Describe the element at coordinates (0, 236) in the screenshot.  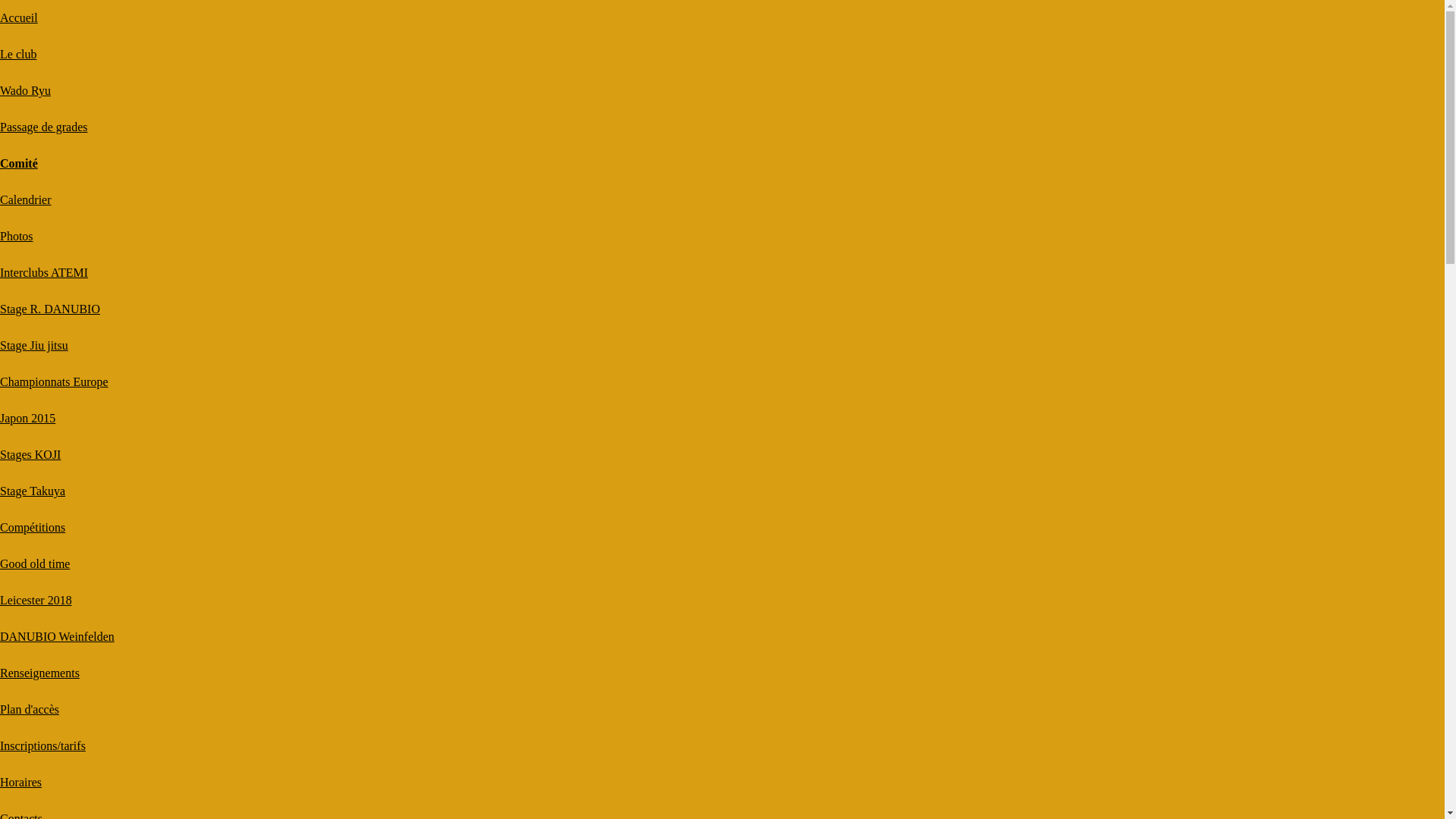
I see `'Photos'` at that location.